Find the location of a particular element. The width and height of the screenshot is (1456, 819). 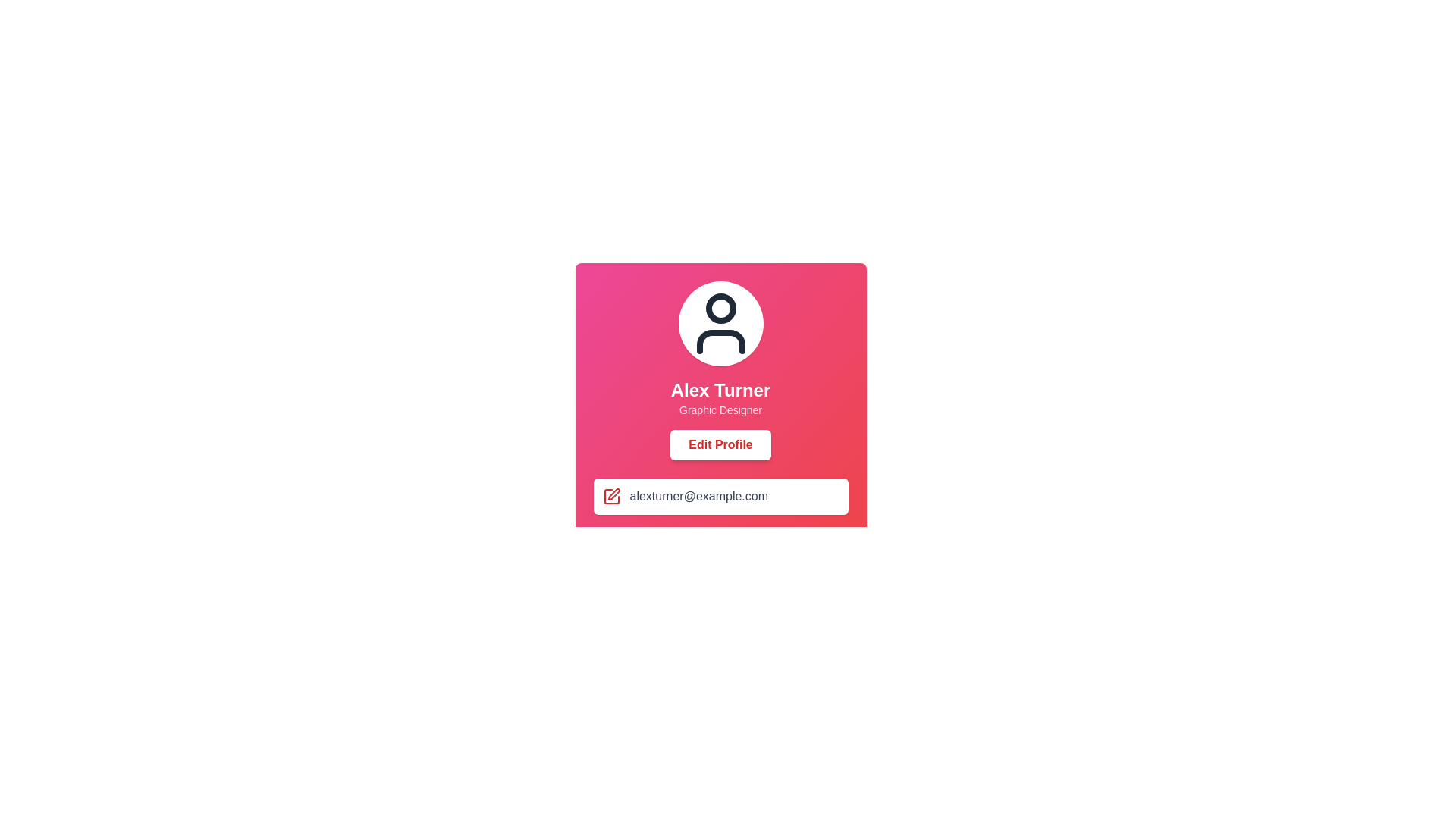

the edit icon located to the left of the email address field within the profile card is located at coordinates (611, 497).